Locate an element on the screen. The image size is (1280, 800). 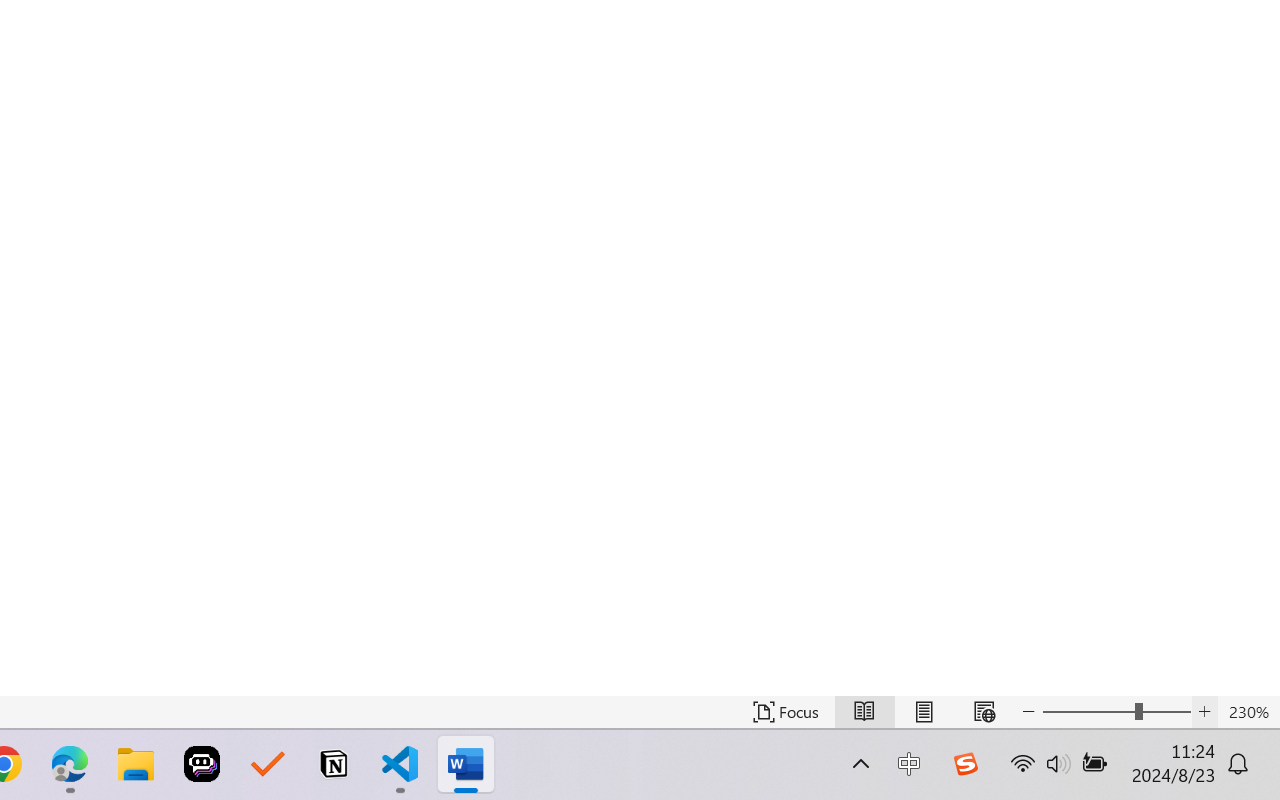
'Decrease Text Size' is located at coordinates (1029, 711).